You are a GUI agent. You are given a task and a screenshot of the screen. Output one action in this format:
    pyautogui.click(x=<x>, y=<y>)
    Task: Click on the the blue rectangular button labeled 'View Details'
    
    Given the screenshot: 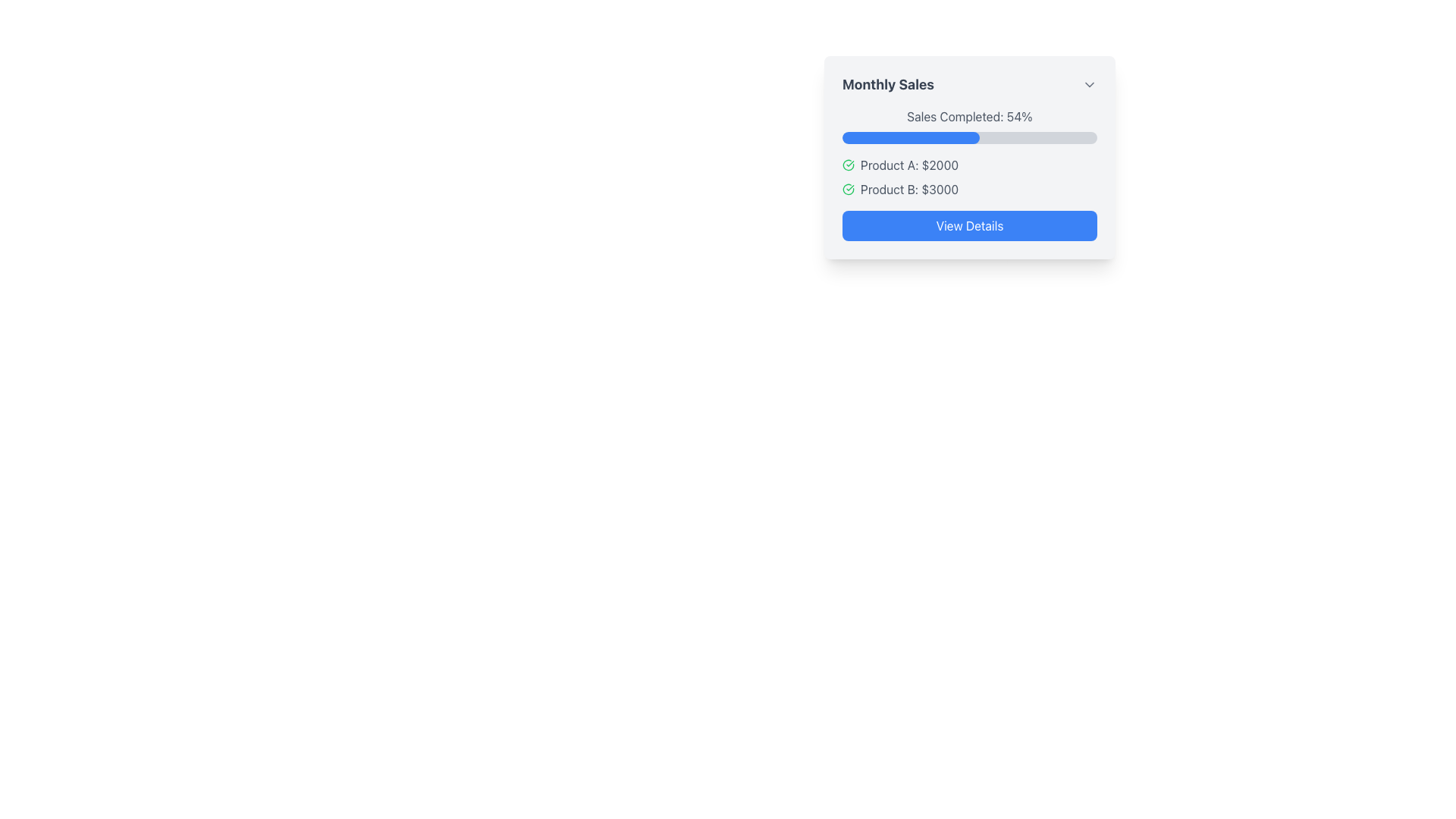 What is the action you would take?
    pyautogui.click(x=968, y=225)
    